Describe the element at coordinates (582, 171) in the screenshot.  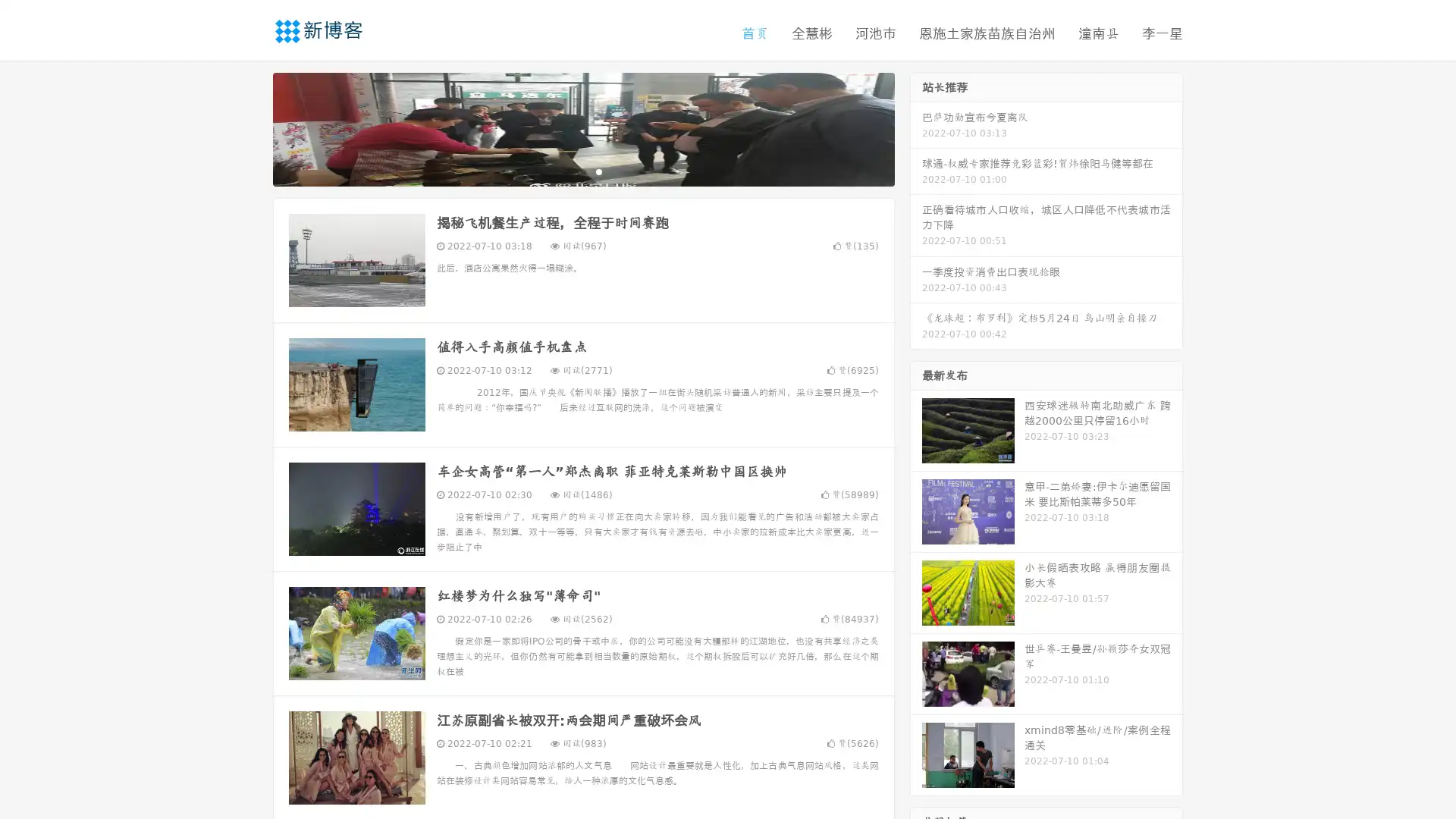
I see `Go to slide 2` at that location.